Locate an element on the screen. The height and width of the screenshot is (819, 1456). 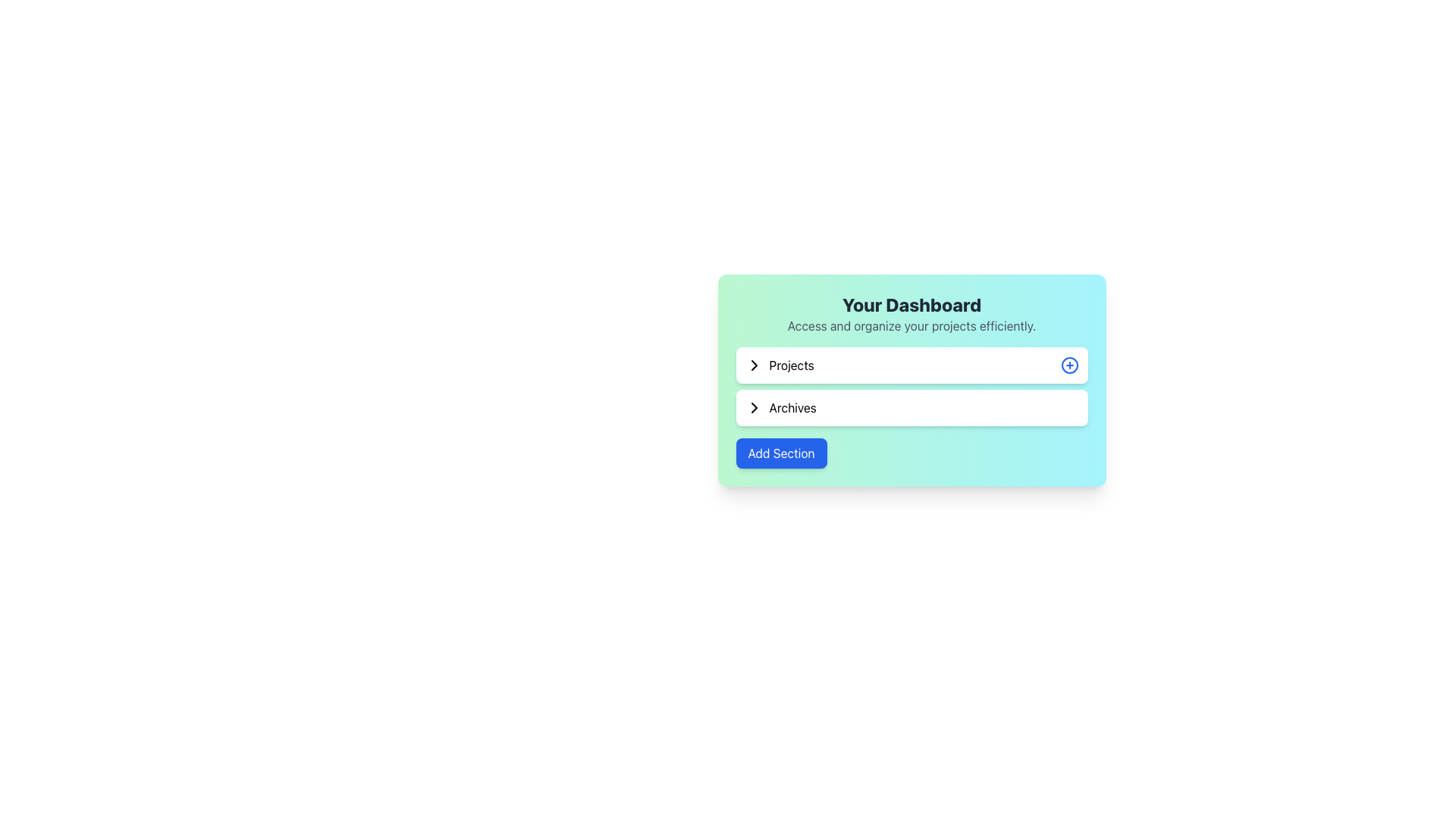
the Text Label located directly below the 'Your Dashboard' heading, which provides an overview of the dashboard's functionality is located at coordinates (911, 325).